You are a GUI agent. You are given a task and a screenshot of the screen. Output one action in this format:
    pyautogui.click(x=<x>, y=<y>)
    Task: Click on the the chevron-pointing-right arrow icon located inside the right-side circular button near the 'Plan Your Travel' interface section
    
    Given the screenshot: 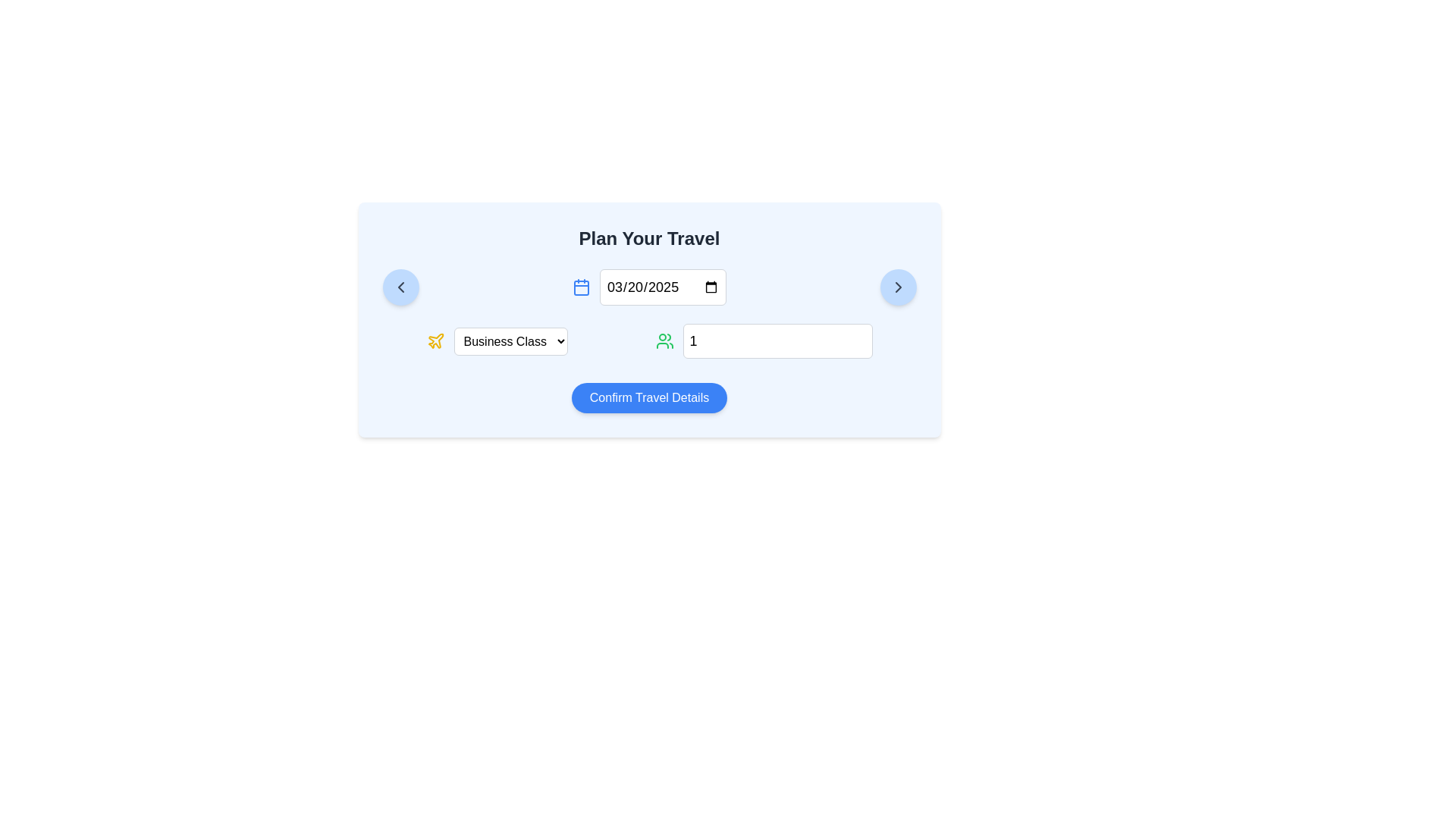 What is the action you would take?
    pyautogui.click(x=898, y=287)
    